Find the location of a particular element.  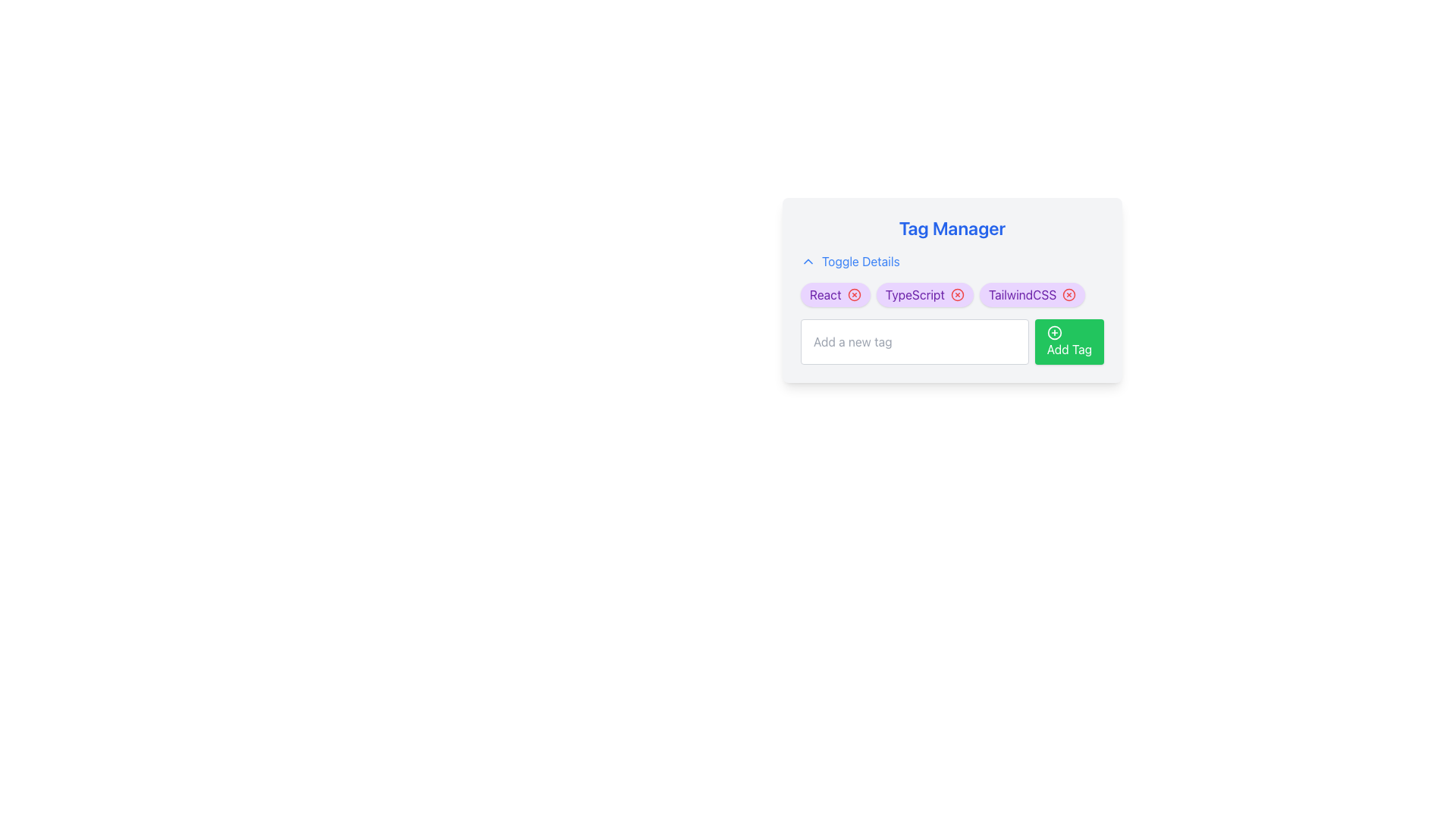

the details of the interactive tag labeled 'React' with a delete icon, which is the first tag in the 'Tag Manager' section is located at coordinates (834, 295).